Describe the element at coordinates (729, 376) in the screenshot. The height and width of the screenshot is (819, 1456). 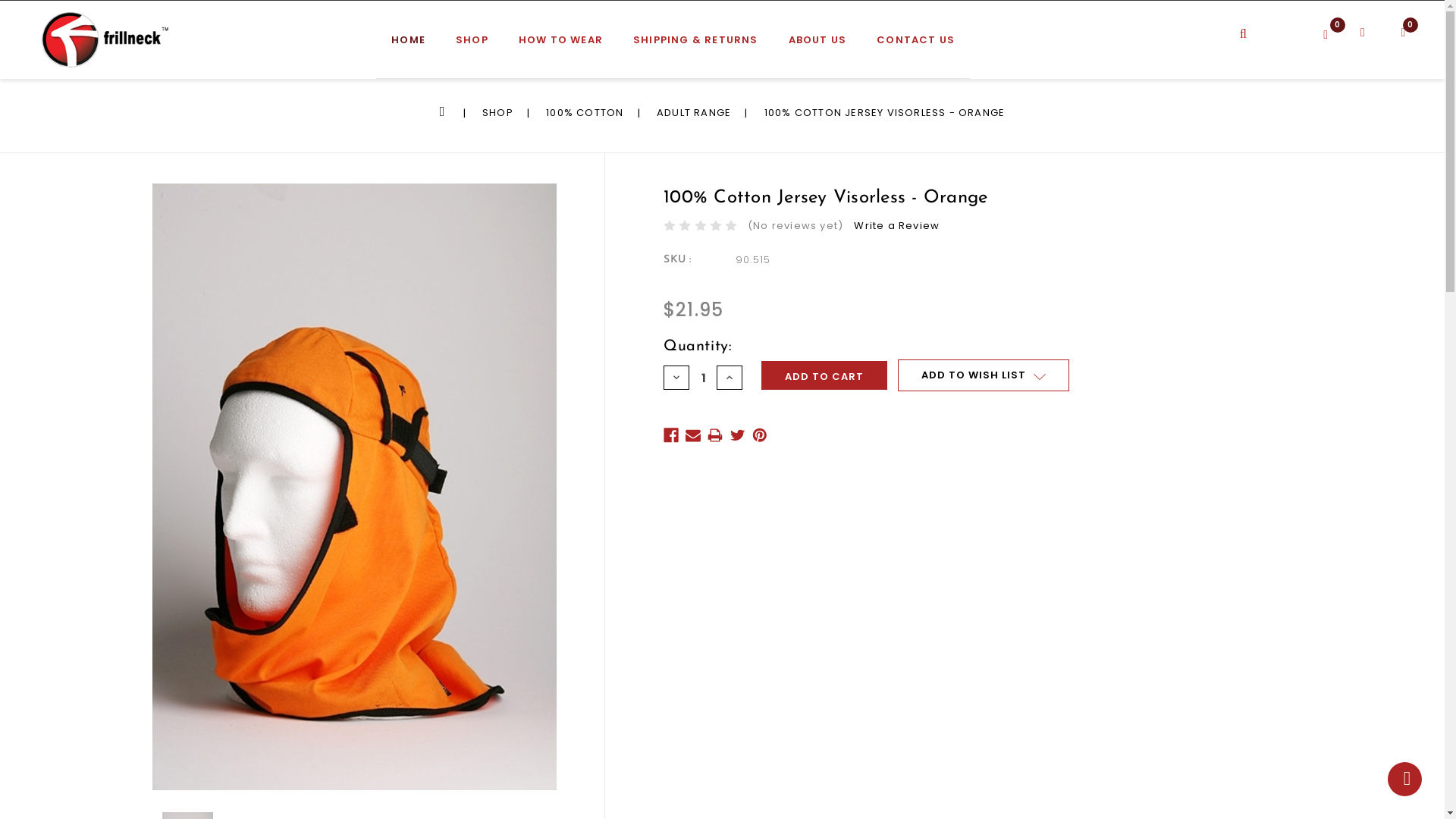
I see `'INCREASE QUANTITY:'` at that location.